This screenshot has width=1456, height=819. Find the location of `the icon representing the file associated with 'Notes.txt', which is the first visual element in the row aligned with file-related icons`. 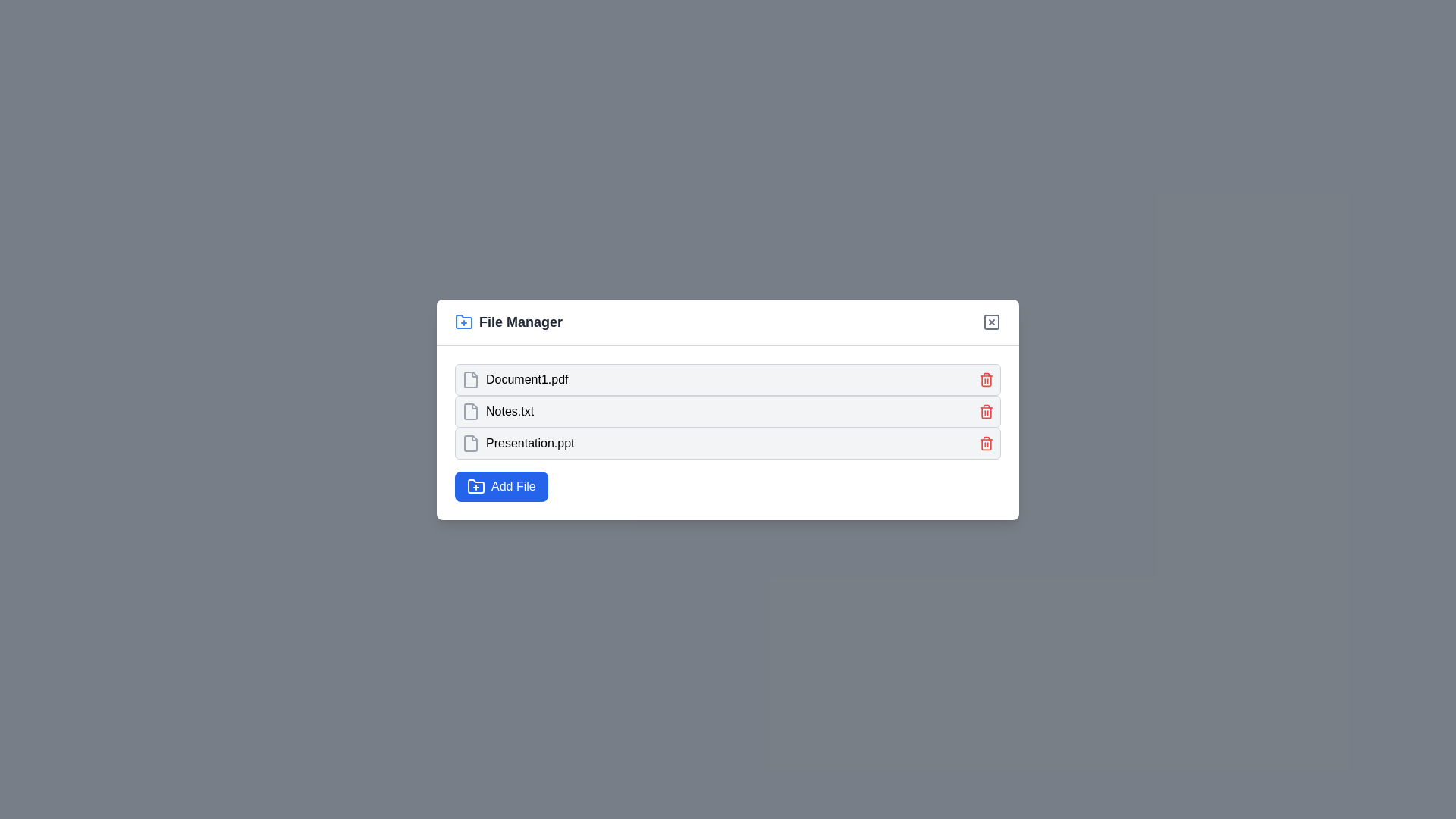

the icon representing the file associated with 'Notes.txt', which is the first visual element in the row aligned with file-related icons is located at coordinates (469, 411).